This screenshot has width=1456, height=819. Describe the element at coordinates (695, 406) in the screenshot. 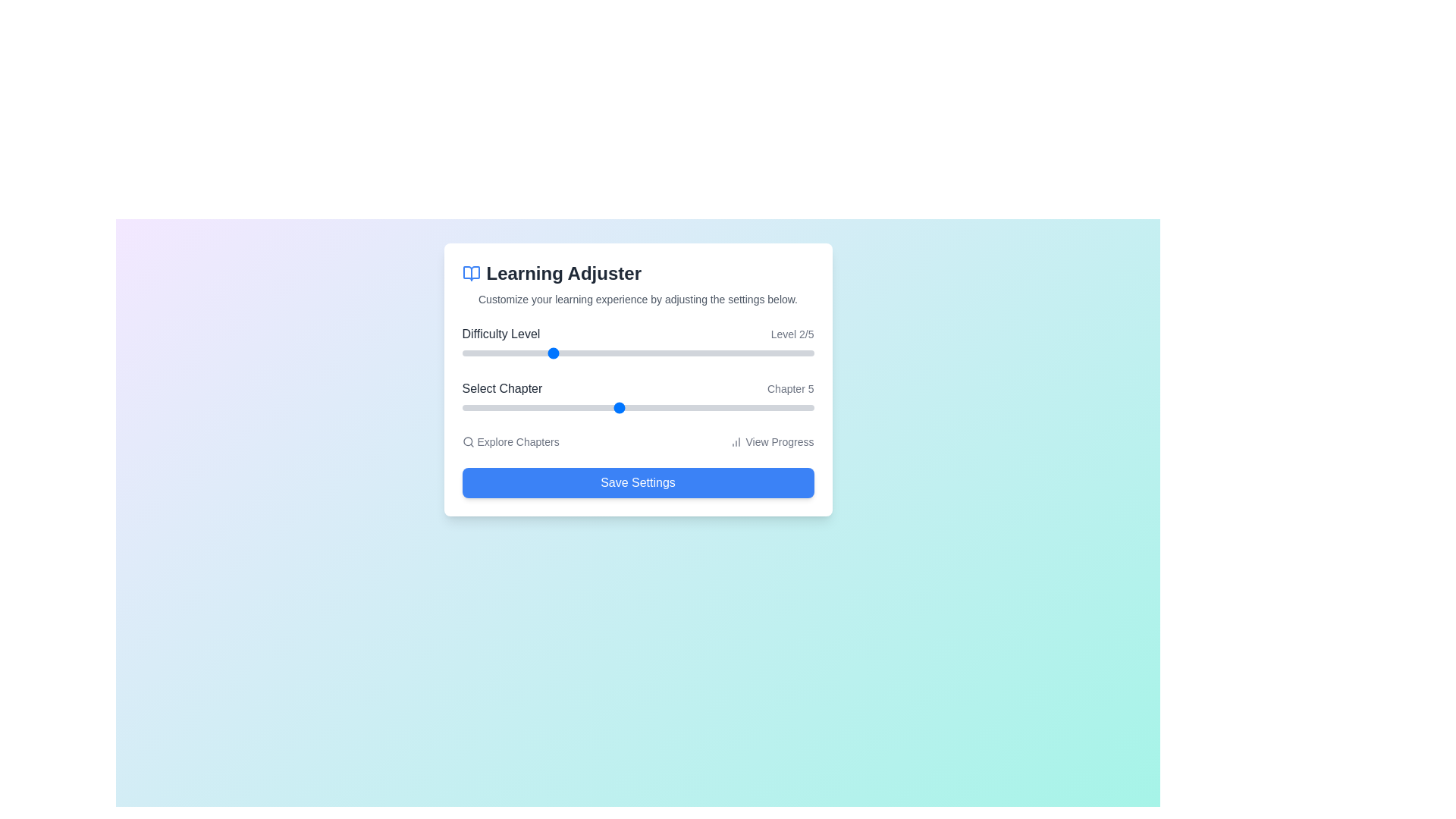

I see `the chapter selection slider` at that location.